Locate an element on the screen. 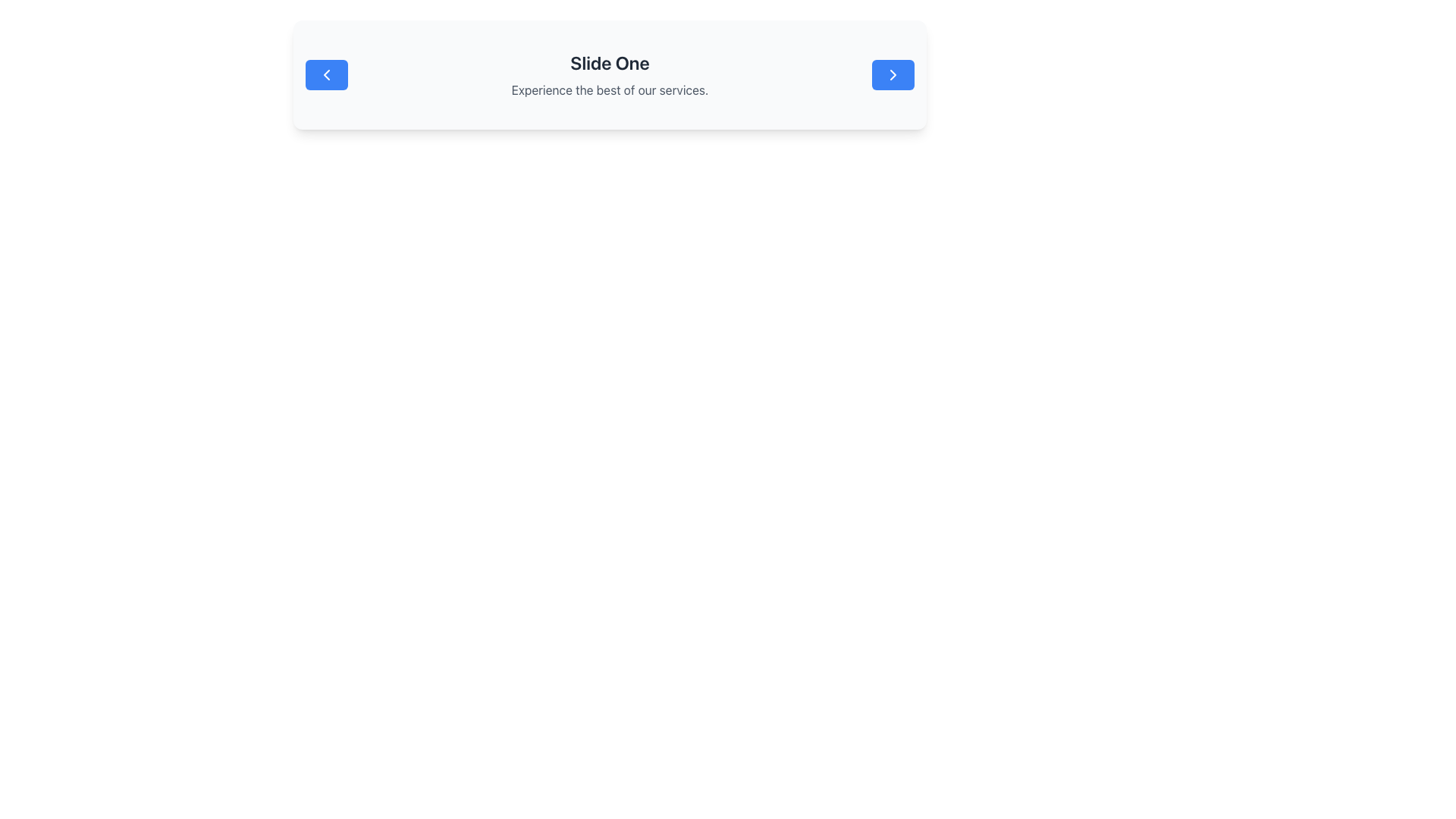  the leftmost rounded button with a blue background and a white left chevron icon is located at coordinates (326, 75).